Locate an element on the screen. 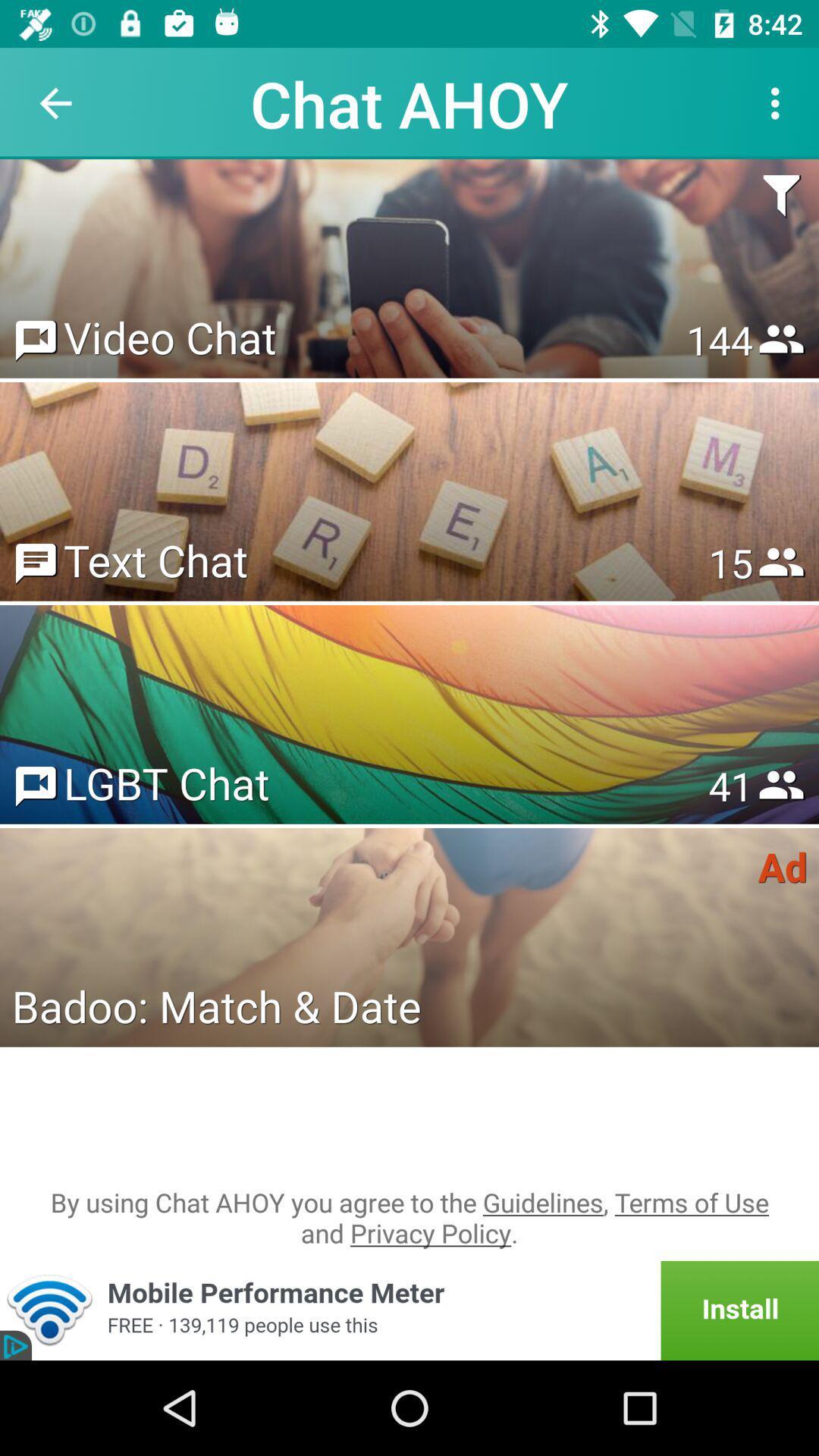  icon next to the 15 item is located at coordinates (155, 559).